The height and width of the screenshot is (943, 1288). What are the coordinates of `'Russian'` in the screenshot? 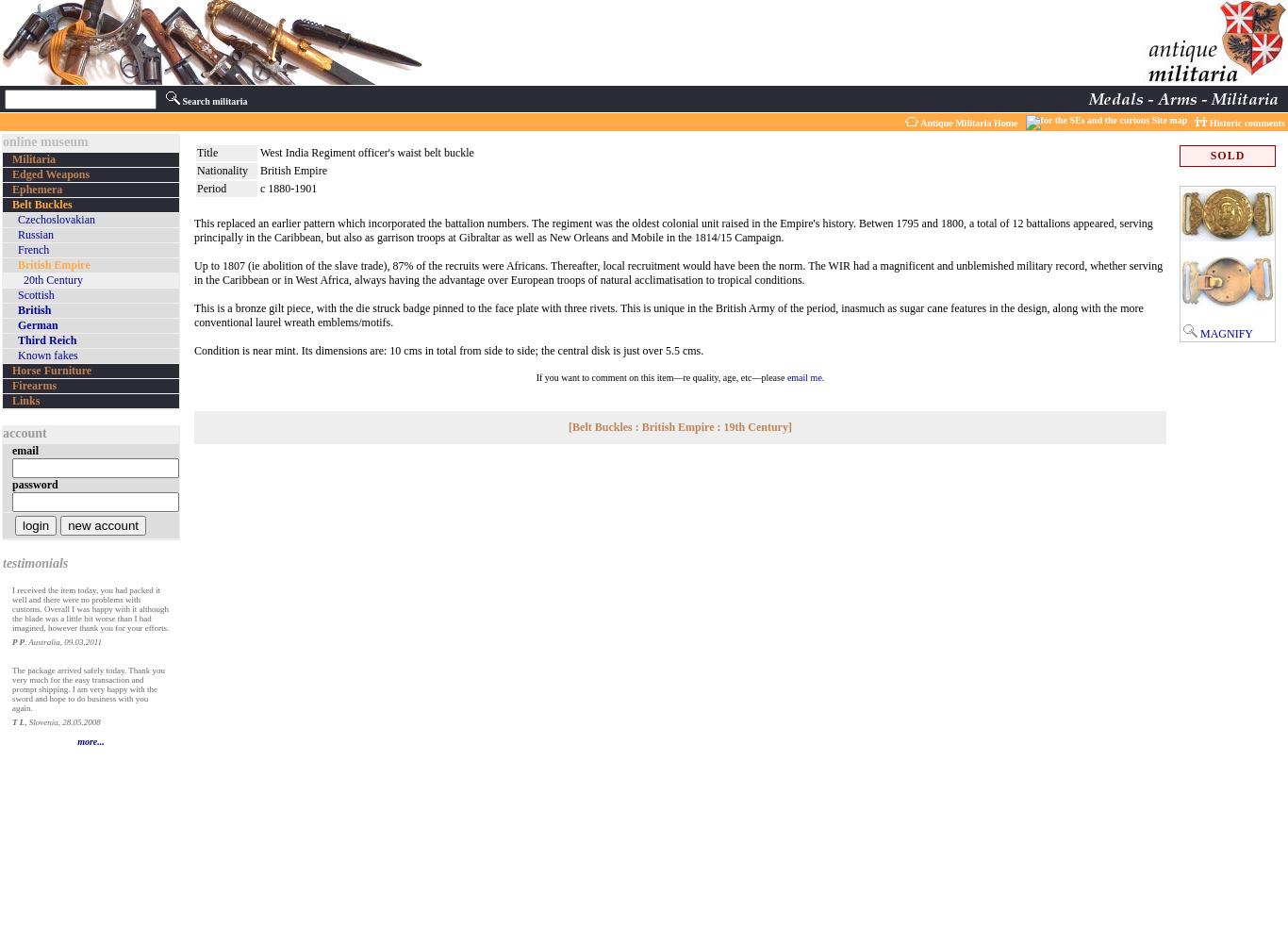 It's located at (35, 234).